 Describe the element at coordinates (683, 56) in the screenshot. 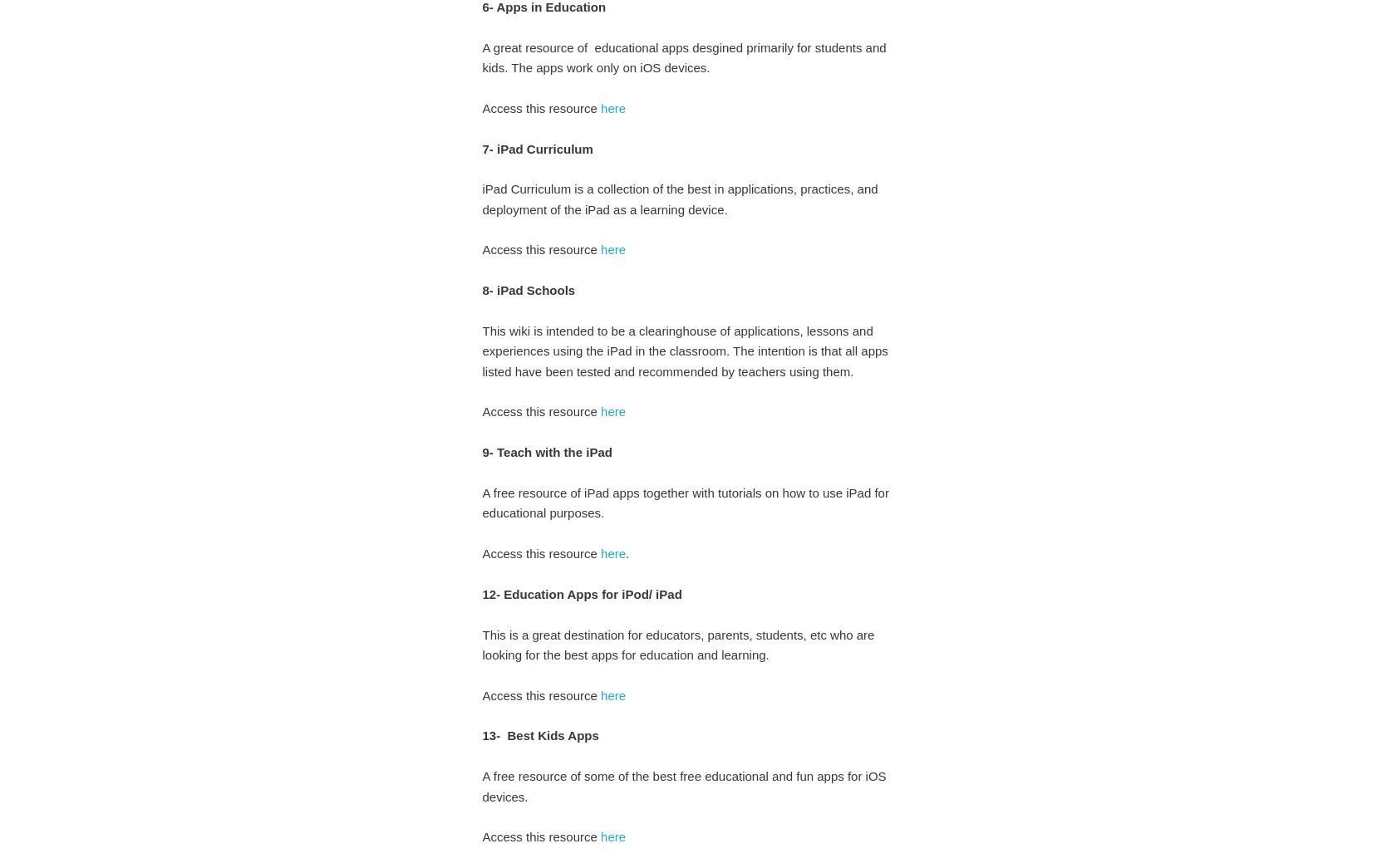

I see `'A great resource of  educational apps desgined primarily for students and kids. The apps work only on iOS devices.'` at that location.